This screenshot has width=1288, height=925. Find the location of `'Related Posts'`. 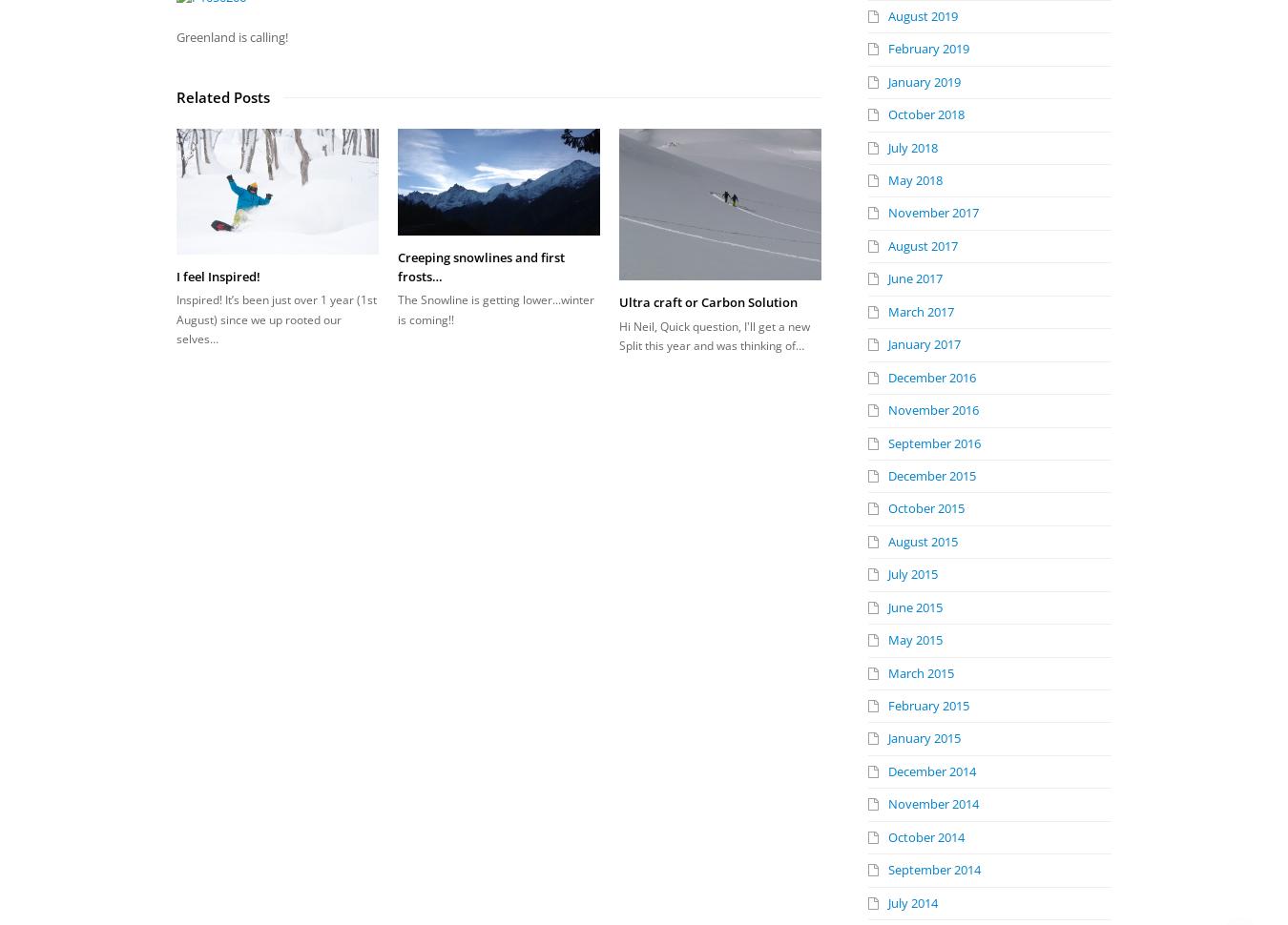

'Related Posts' is located at coordinates (176, 97).